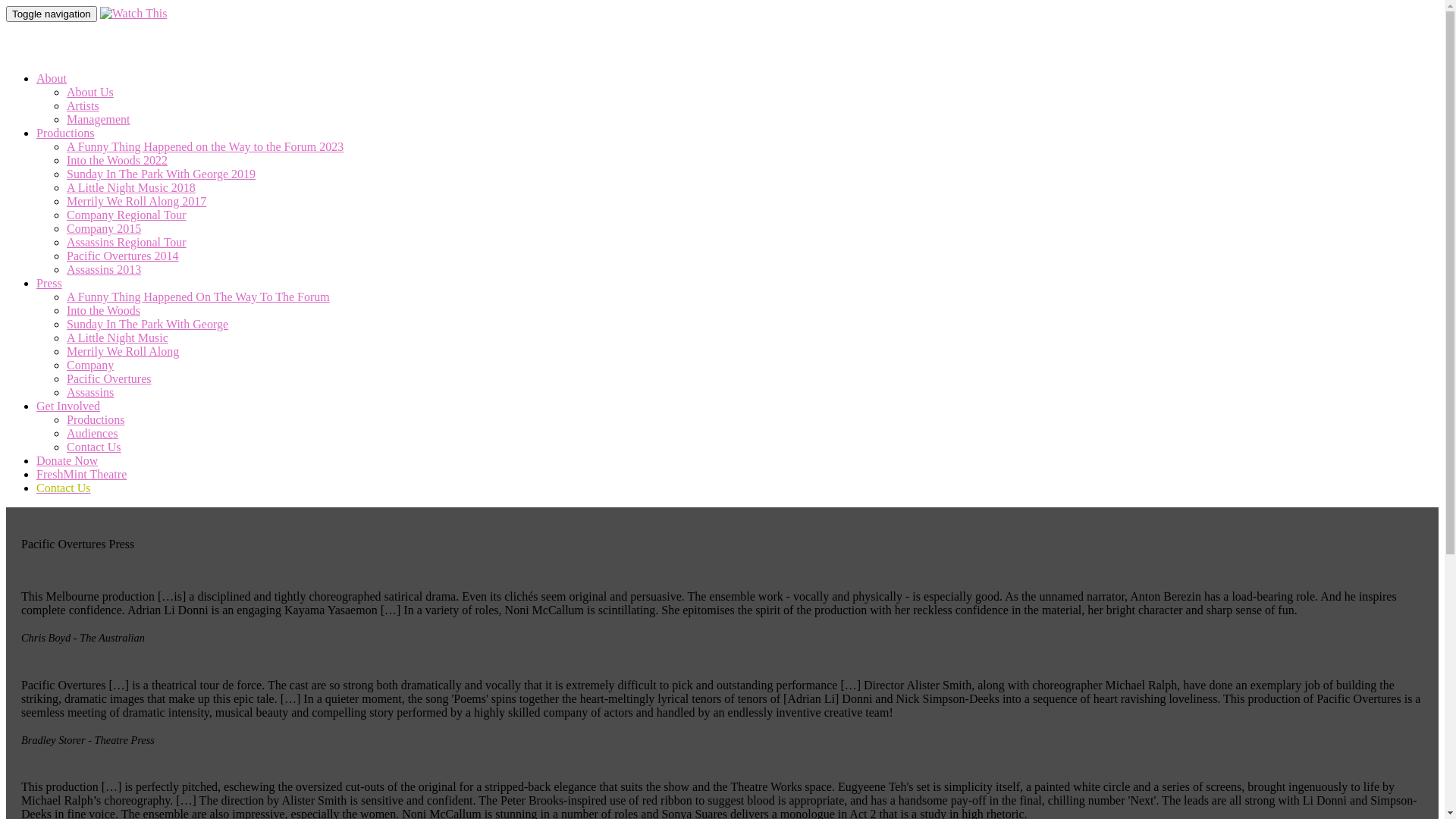 The image size is (1456, 819). What do you see at coordinates (51, 78) in the screenshot?
I see `'About'` at bounding box center [51, 78].